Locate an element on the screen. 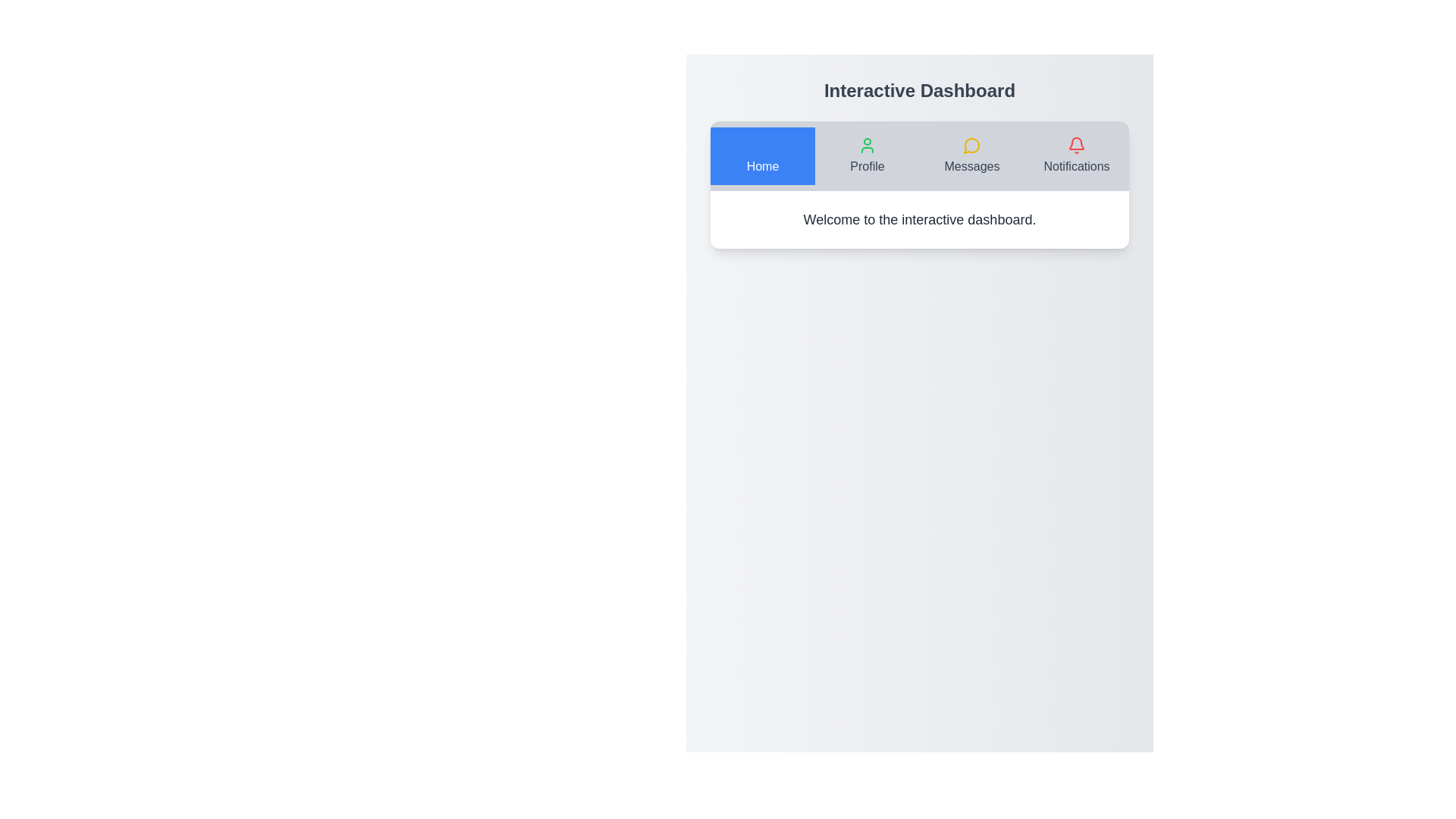 The width and height of the screenshot is (1456, 819). the 'Profile' Text Label located in the navigation bar, positioned to the immediate right of the 'Home' button and below a user silhouette icon is located at coordinates (867, 166).